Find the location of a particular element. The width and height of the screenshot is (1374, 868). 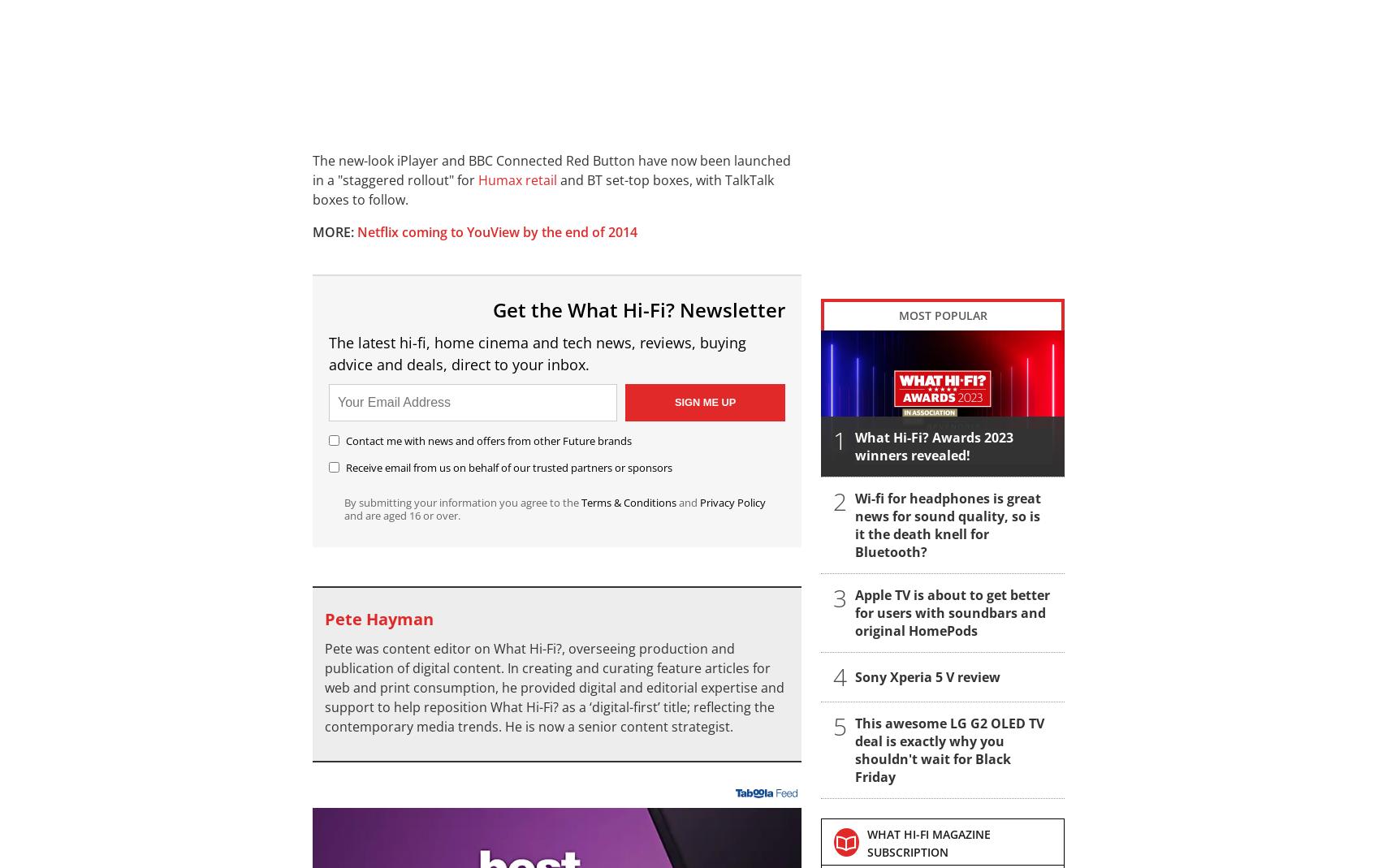

'Contact me with news and offers from other Future brands' is located at coordinates (488, 441).